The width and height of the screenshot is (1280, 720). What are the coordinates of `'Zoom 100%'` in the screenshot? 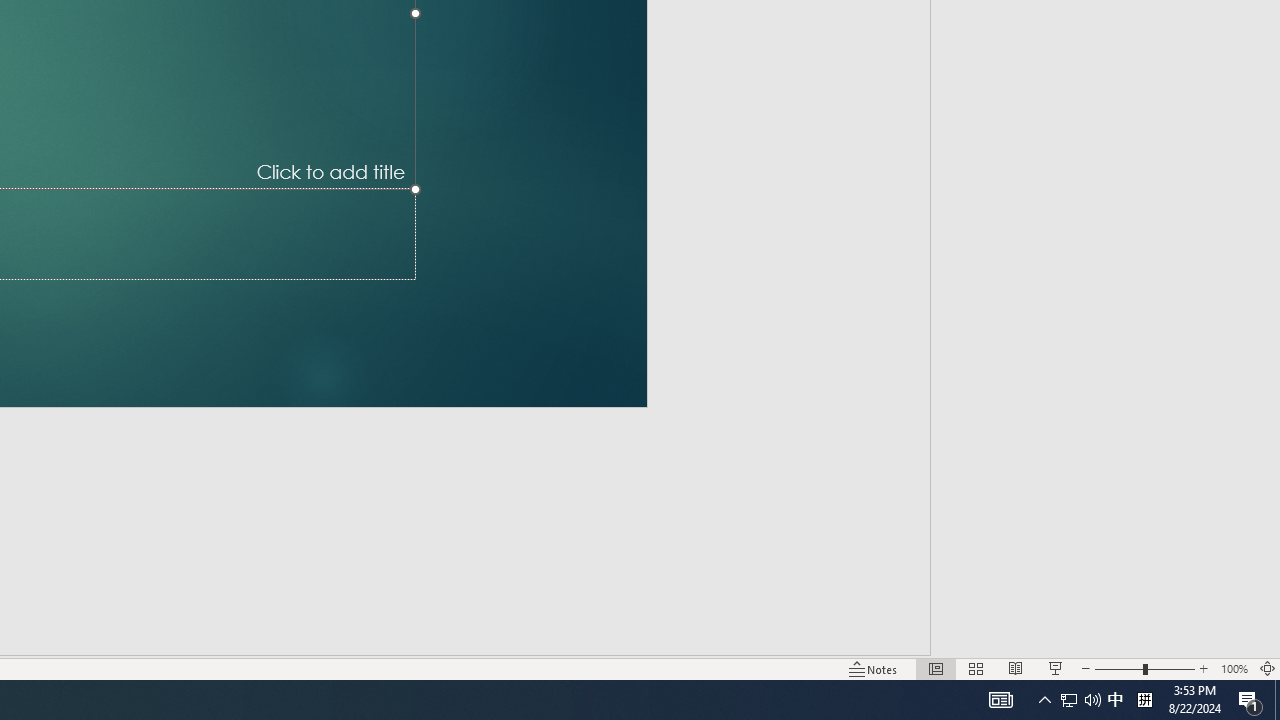 It's located at (1233, 669).